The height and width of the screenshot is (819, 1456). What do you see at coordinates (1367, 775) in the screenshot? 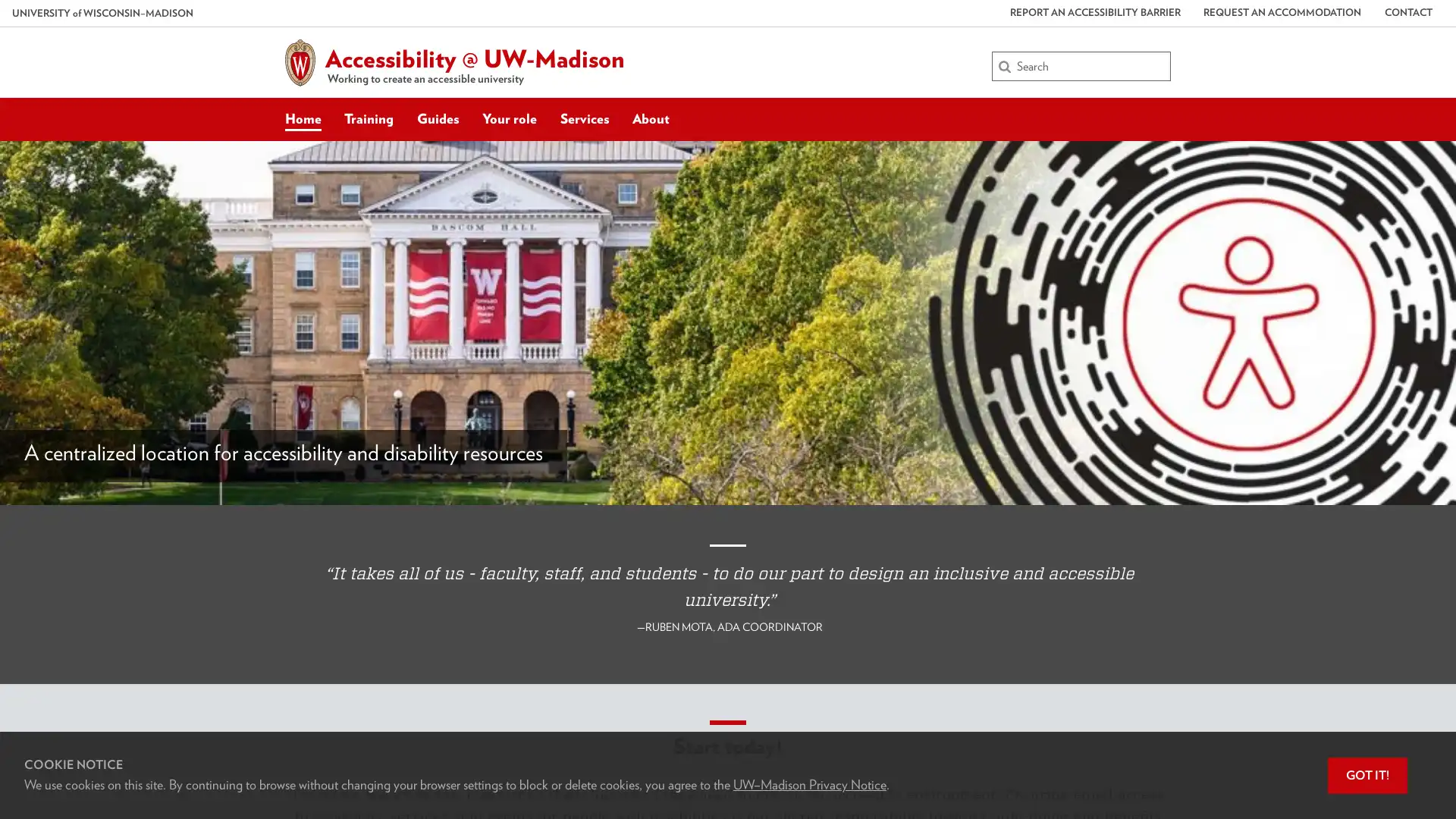
I see `Accept cookie notice` at bounding box center [1367, 775].